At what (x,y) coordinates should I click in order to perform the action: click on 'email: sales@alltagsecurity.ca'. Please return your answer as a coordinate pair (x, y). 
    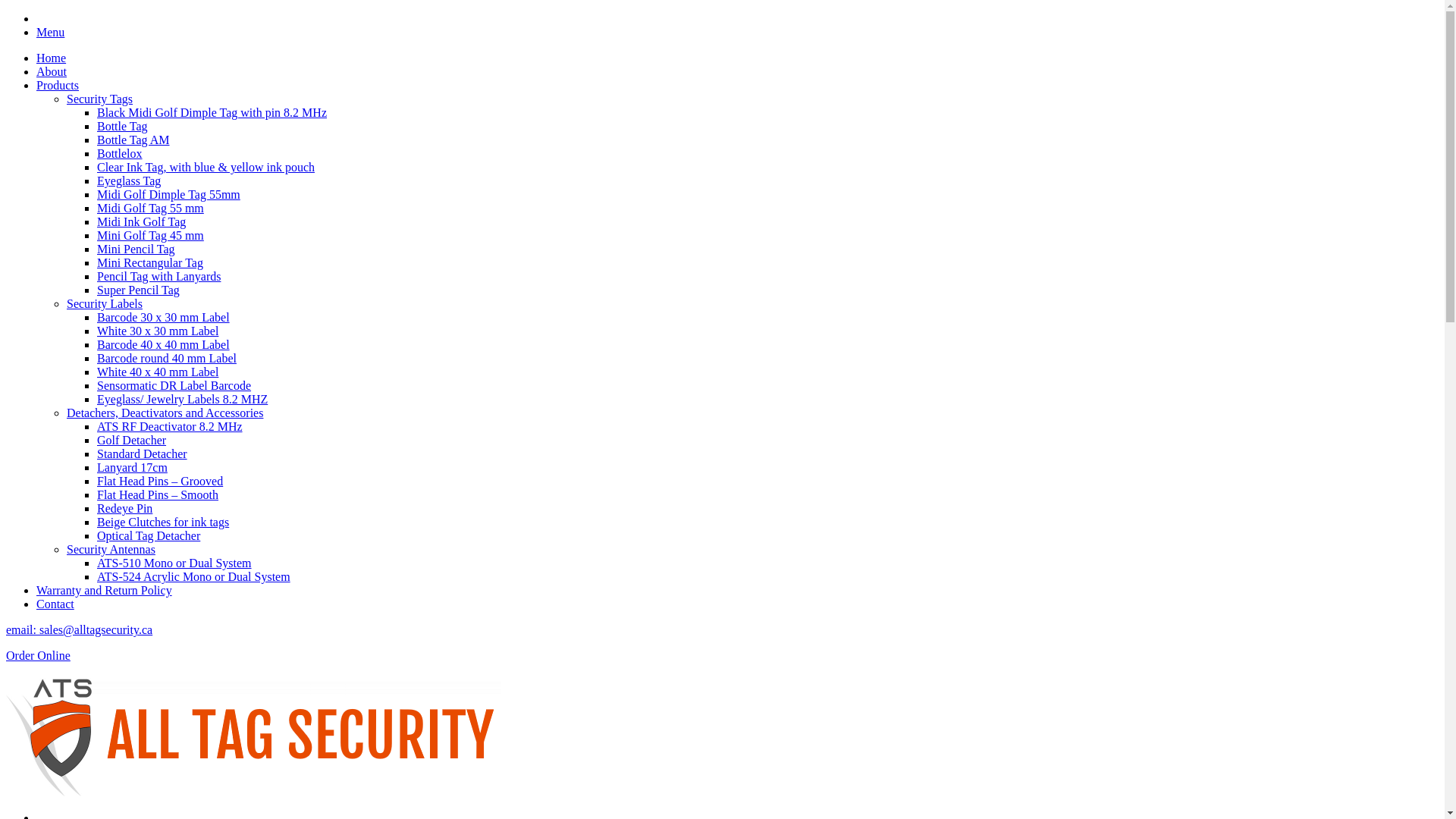
    Looking at the image, I should click on (78, 629).